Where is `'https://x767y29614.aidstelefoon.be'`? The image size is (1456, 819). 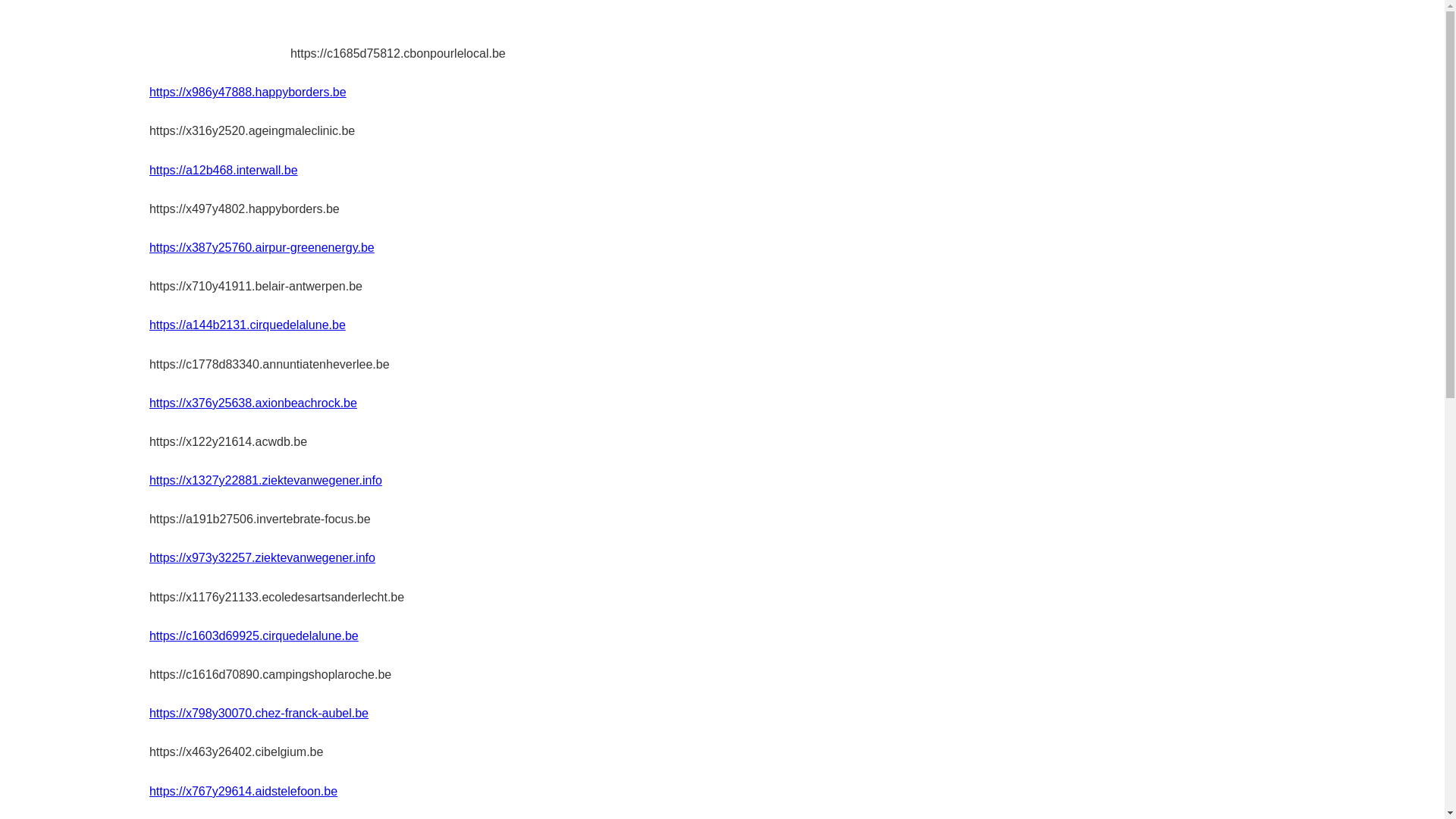 'https://x767y29614.aidstelefoon.be' is located at coordinates (243, 790).